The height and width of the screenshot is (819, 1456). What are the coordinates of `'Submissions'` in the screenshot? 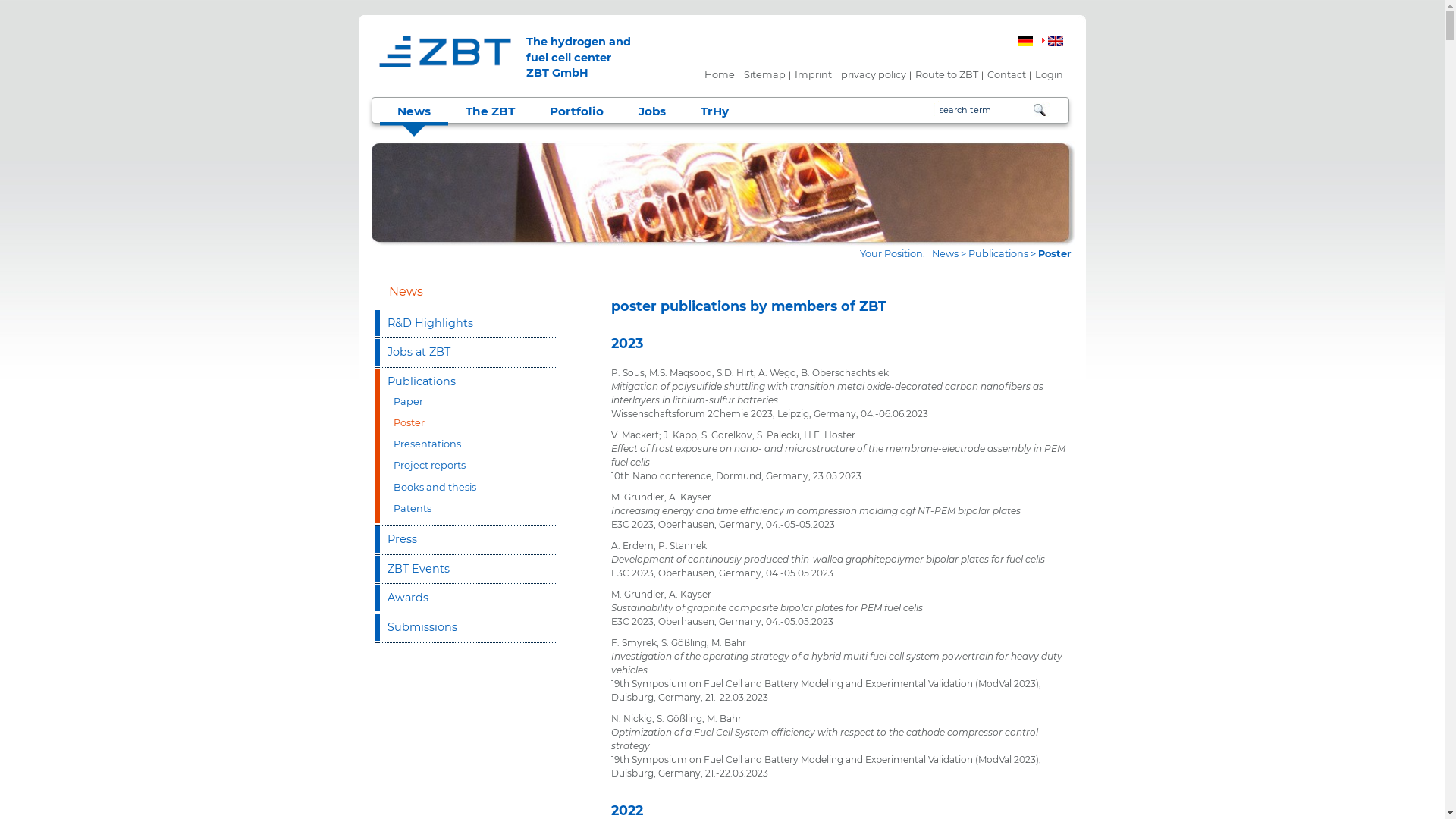 It's located at (375, 627).